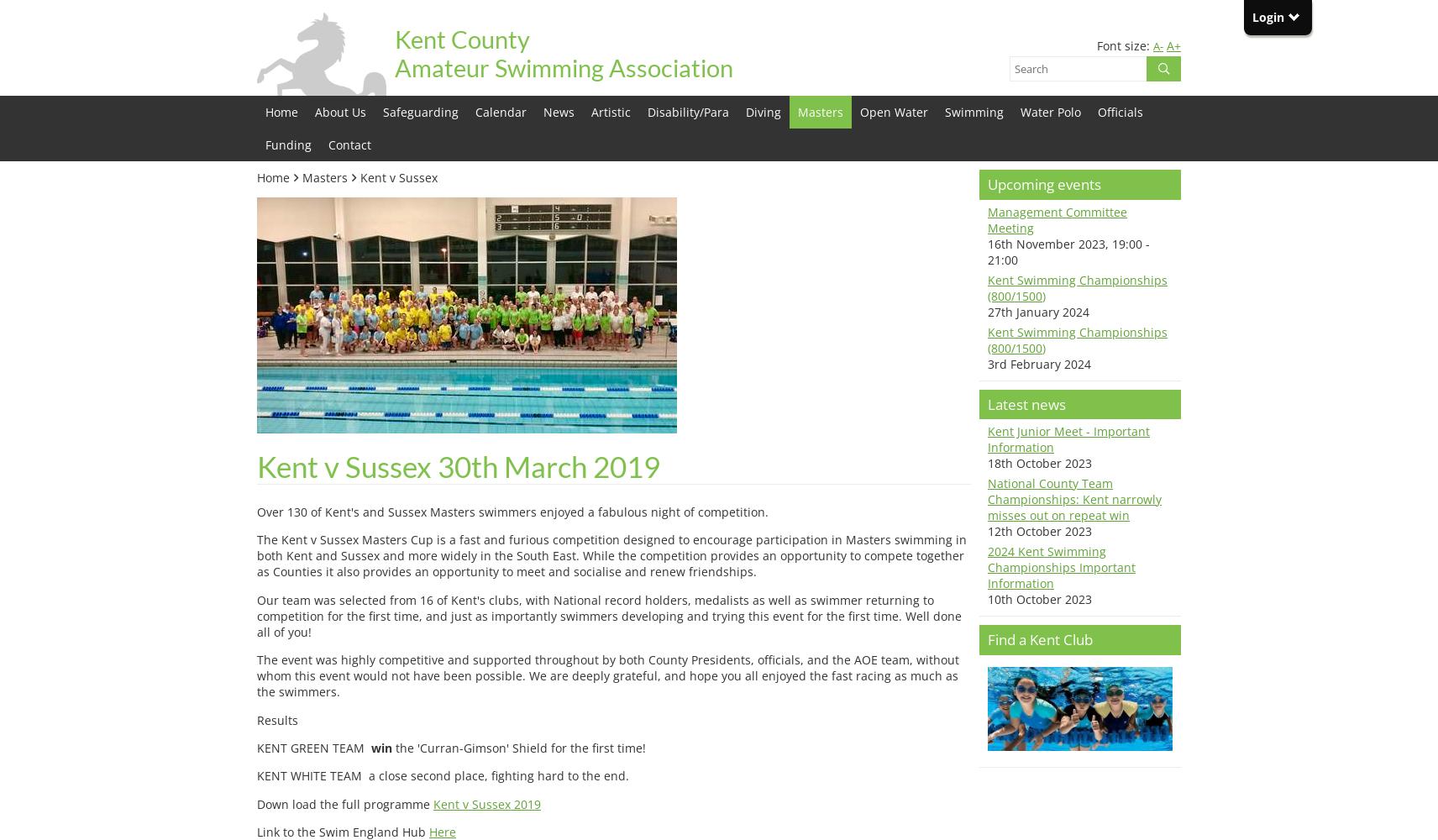  What do you see at coordinates (442, 775) in the screenshot?
I see `'KENT WHITE TEAM  a close second place, fighting hard to the end.'` at bounding box center [442, 775].